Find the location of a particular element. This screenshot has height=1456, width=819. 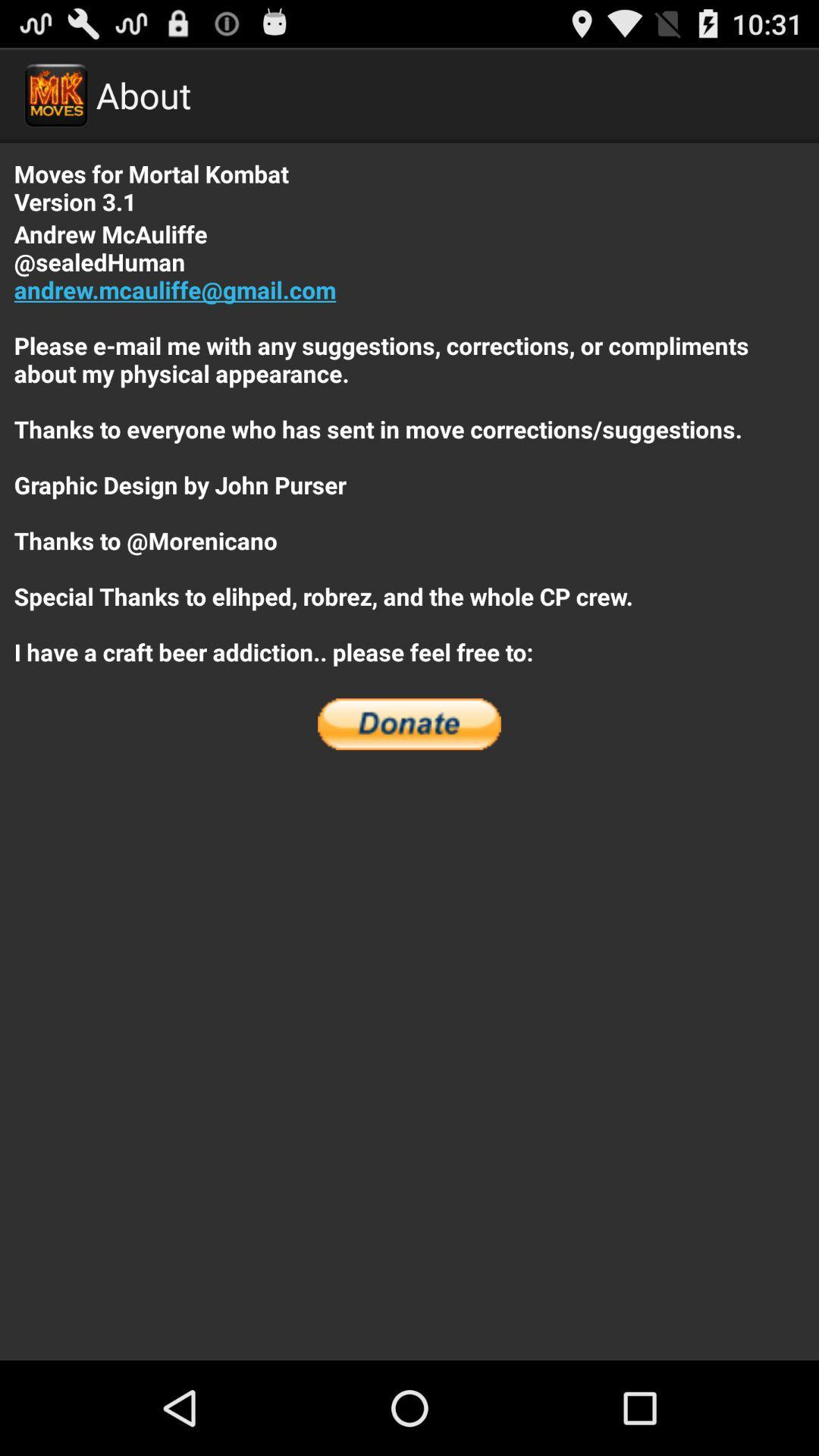

inidcating donate option is located at coordinates (409, 723).